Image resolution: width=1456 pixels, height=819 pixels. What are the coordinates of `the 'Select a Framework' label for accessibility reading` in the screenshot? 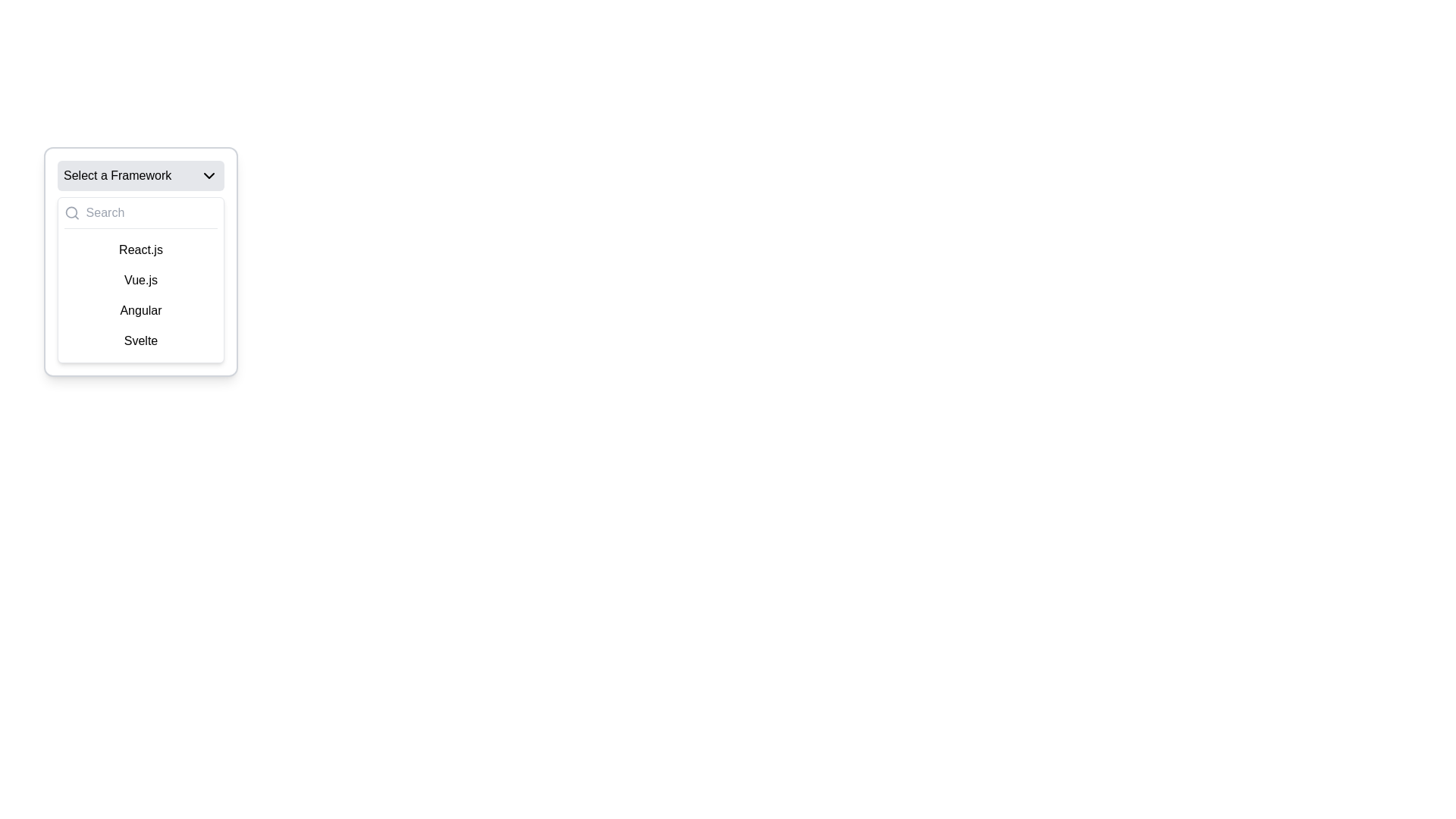 It's located at (117, 174).